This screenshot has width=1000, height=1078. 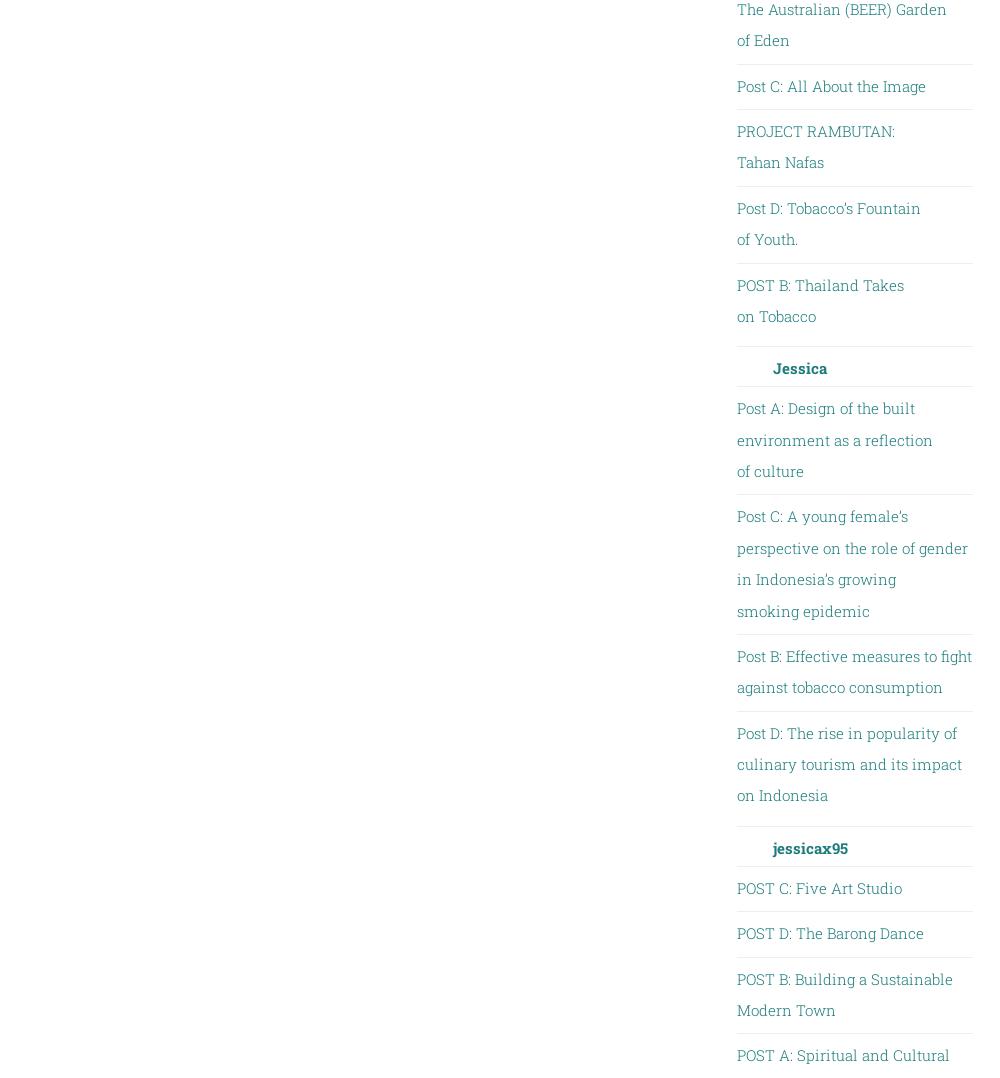 I want to click on 'Post C: A young female’s perspective on the role of gender in Indonesia’s growing smoking epidemic', so click(x=850, y=562).